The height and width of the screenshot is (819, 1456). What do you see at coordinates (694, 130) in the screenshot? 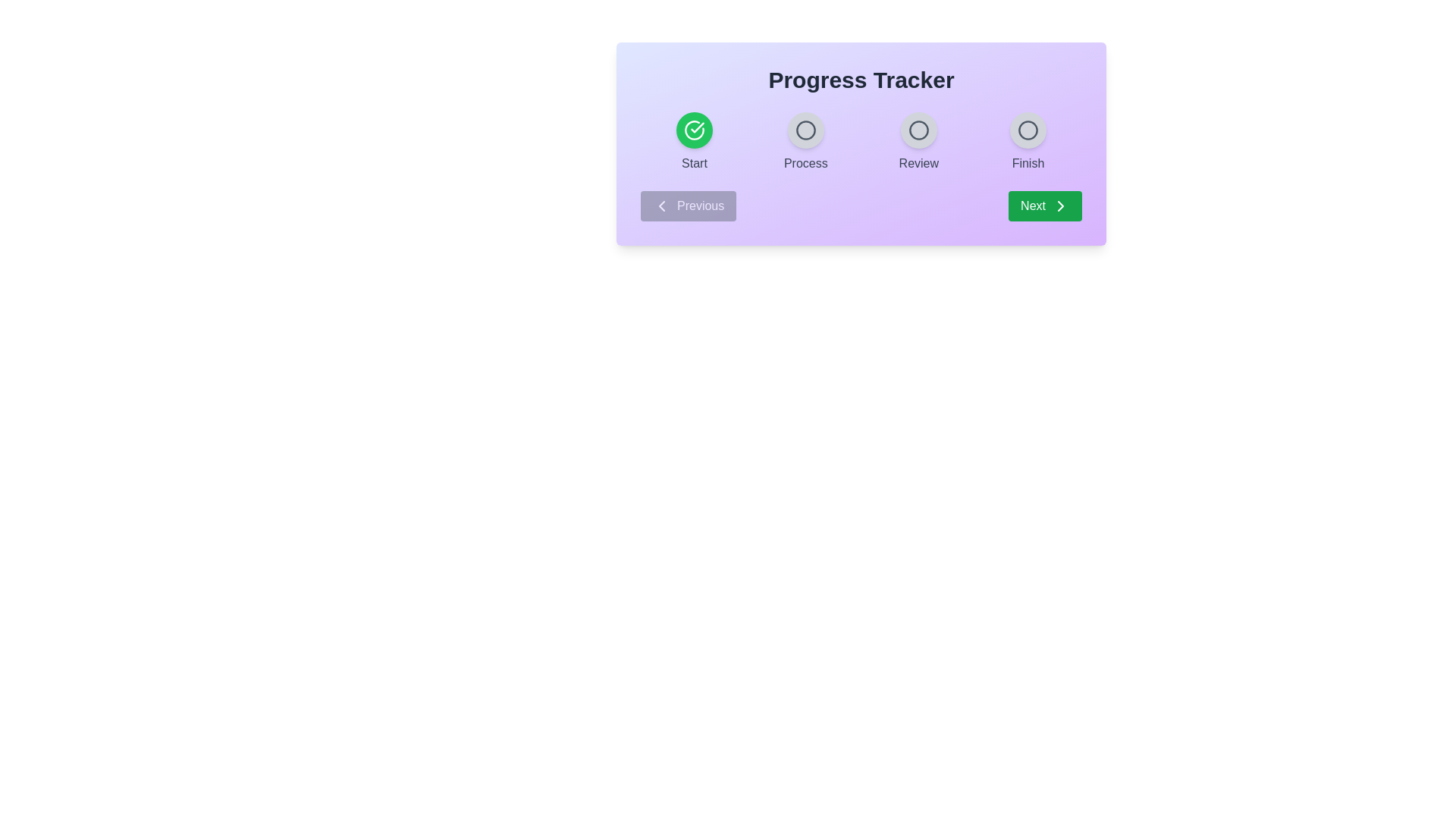
I see `the outer circular border of the checkmark icon in the progress tracker, located immediately left of the 'Start' text` at bounding box center [694, 130].